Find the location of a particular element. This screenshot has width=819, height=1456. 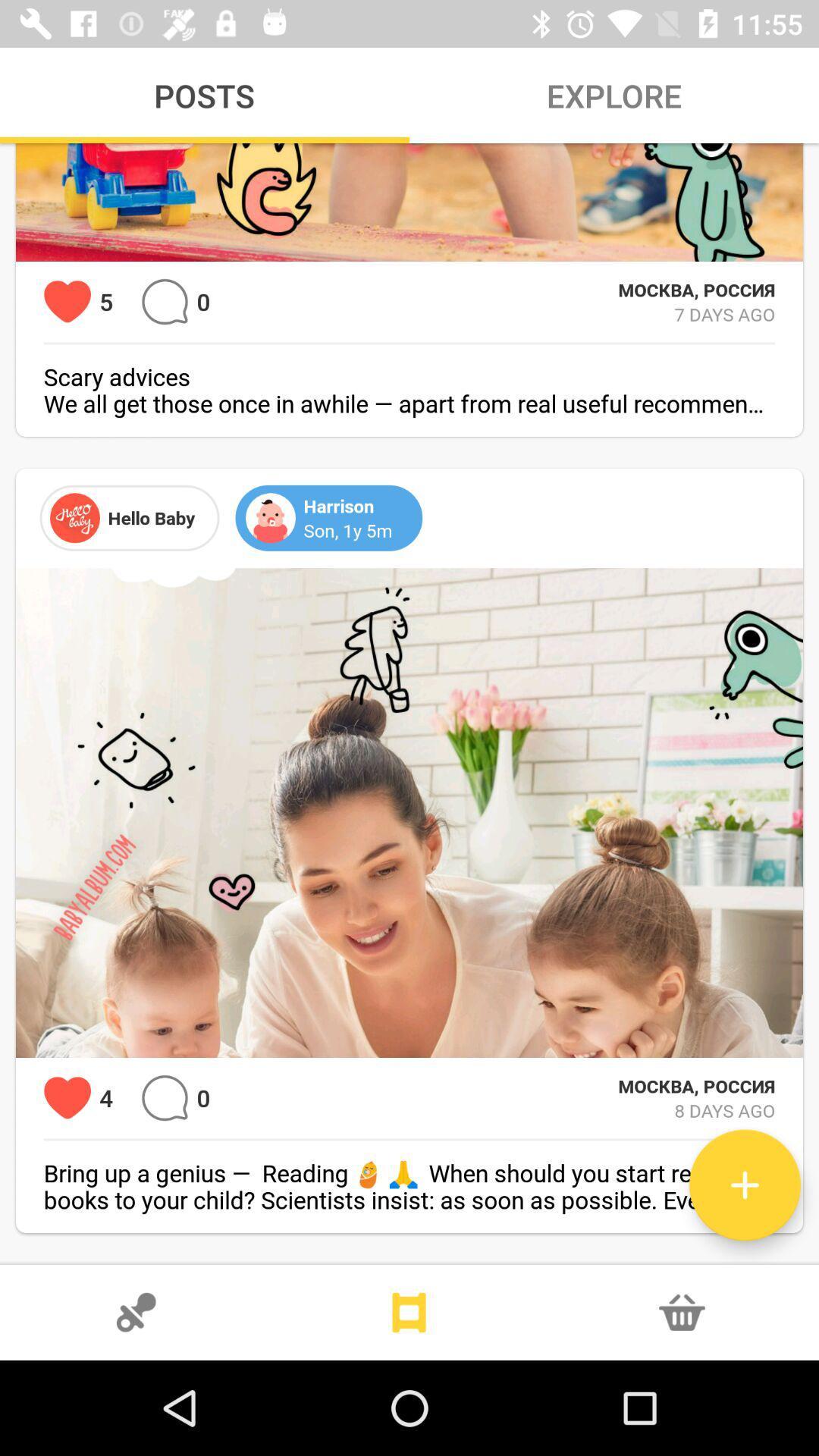

a comment is located at coordinates (165, 1098).